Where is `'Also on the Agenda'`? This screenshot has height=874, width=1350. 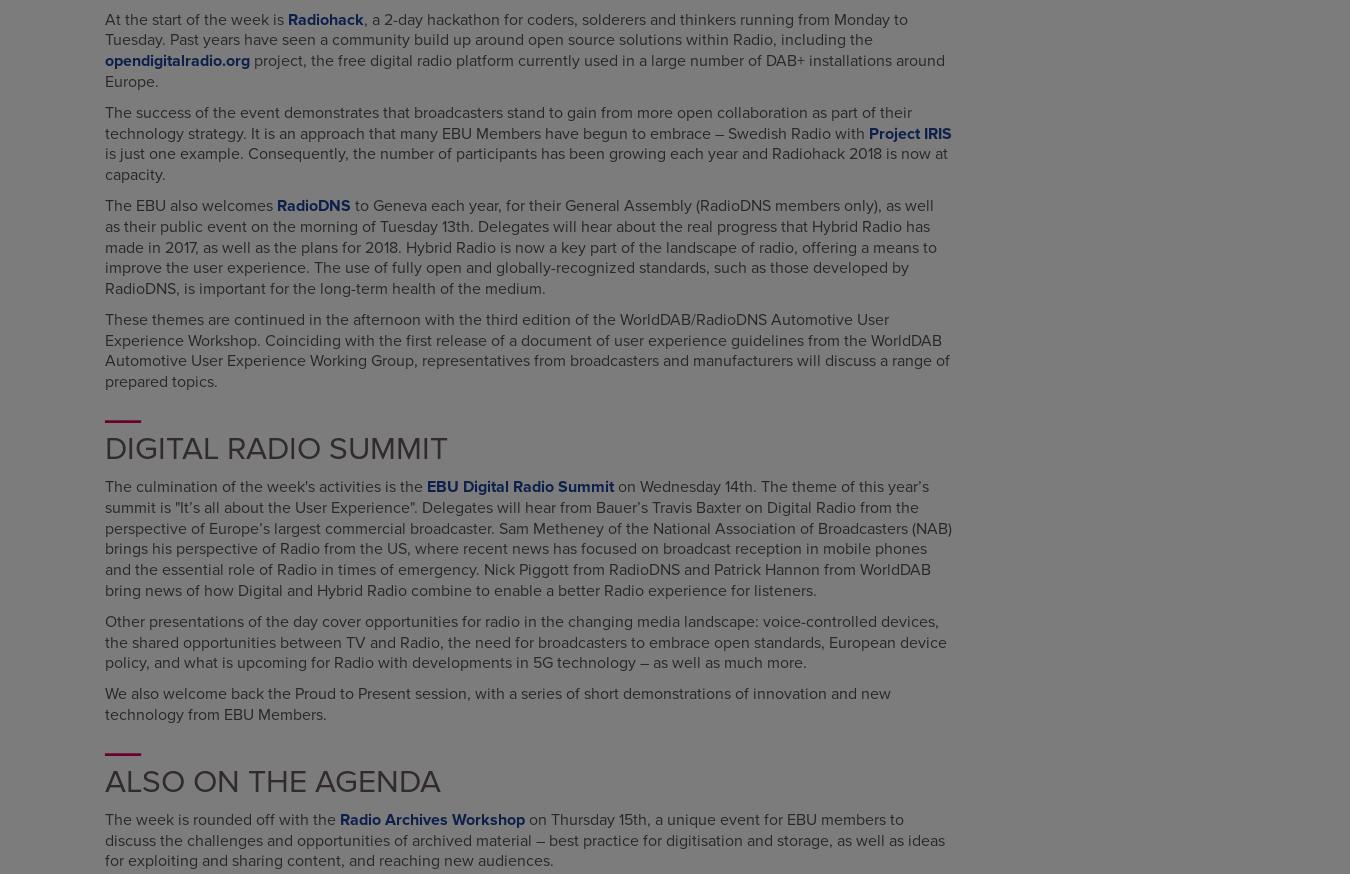
'Also on the Agenda' is located at coordinates (271, 780).